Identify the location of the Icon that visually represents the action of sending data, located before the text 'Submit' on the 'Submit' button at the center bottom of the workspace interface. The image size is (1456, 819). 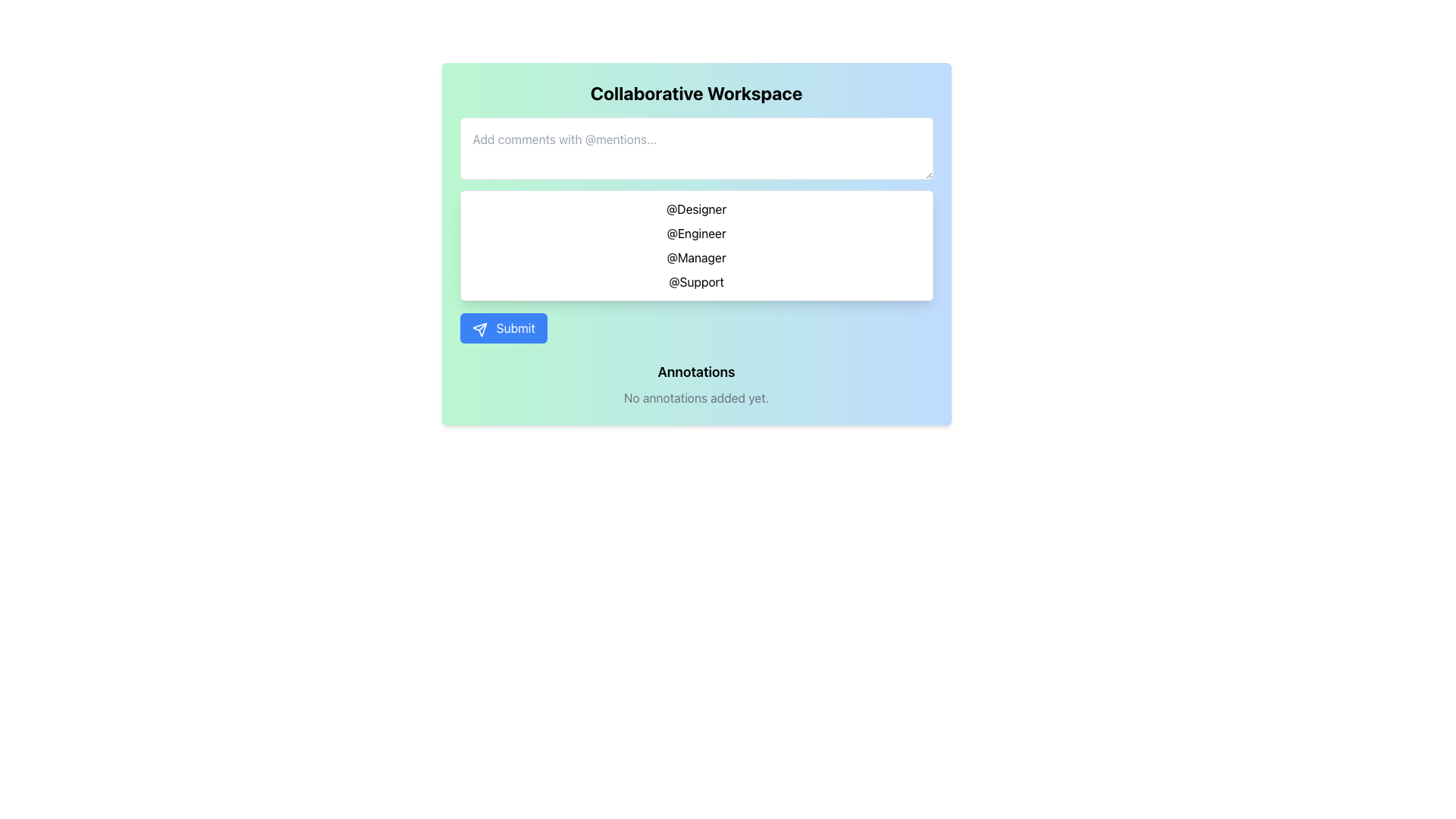
(479, 328).